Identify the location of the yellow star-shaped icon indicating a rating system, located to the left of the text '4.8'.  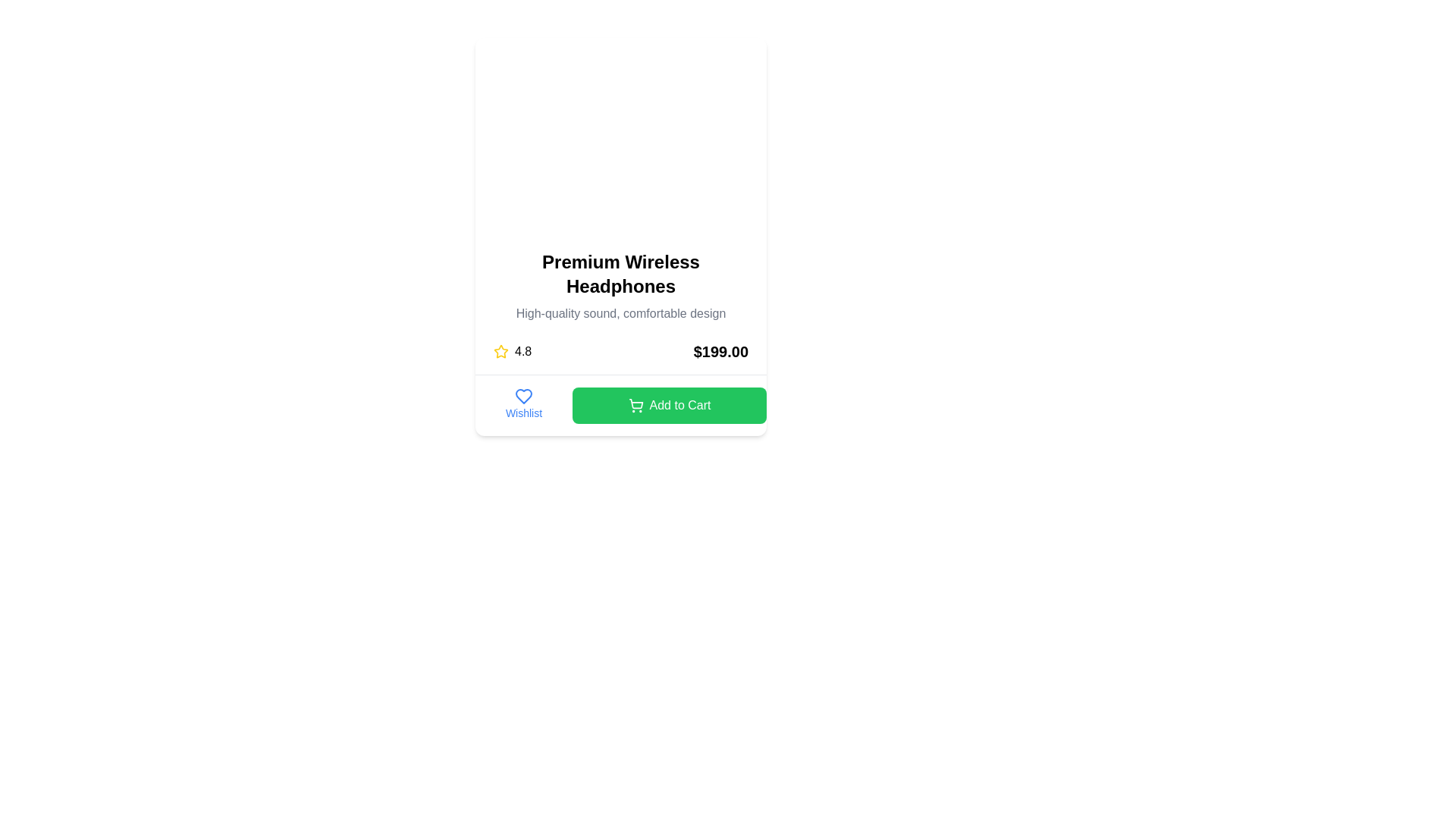
(501, 351).